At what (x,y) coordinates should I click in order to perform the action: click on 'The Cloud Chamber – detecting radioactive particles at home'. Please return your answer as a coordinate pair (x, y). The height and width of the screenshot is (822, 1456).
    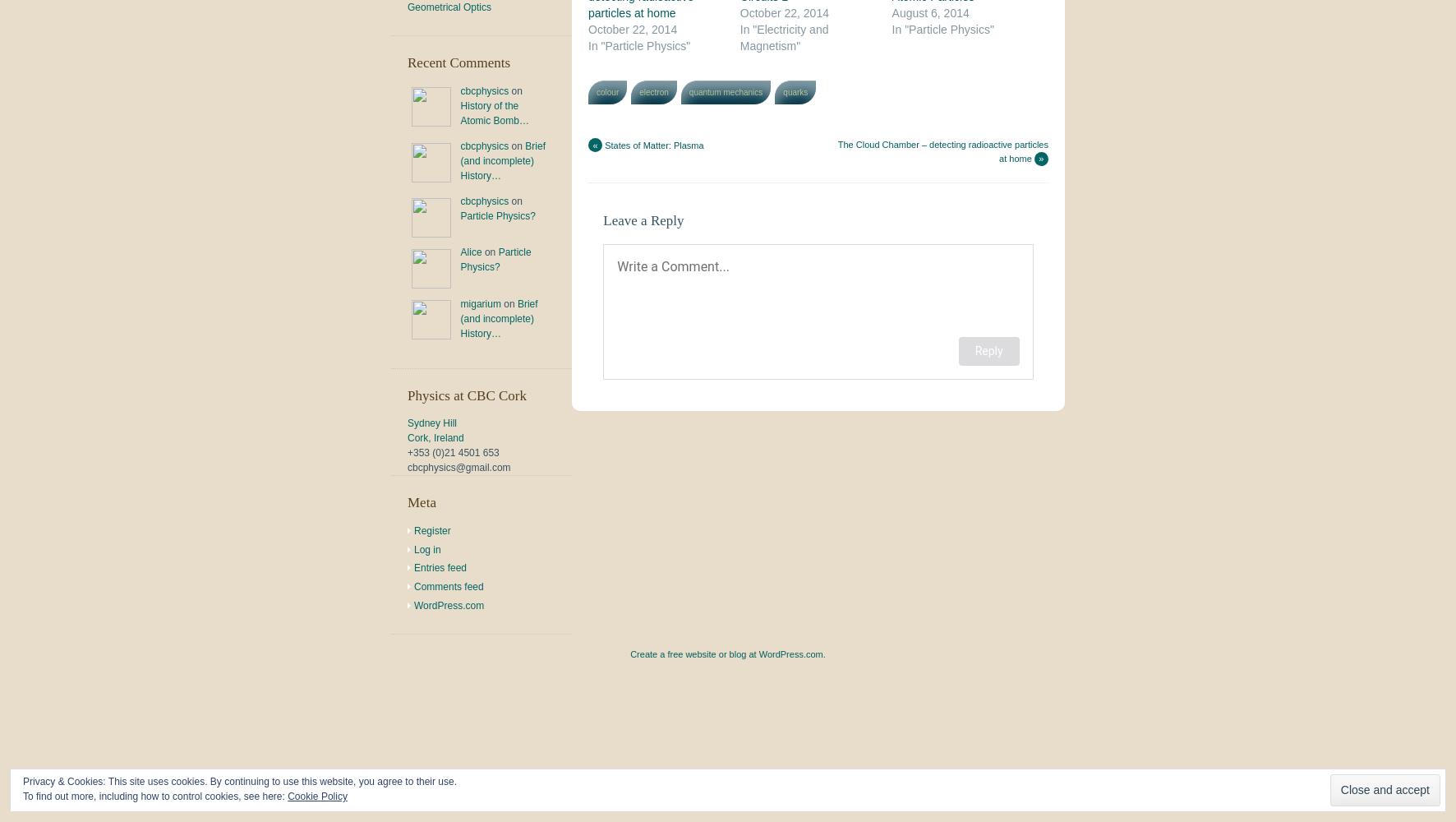
    Looking at the image, I should click on (942, 151).